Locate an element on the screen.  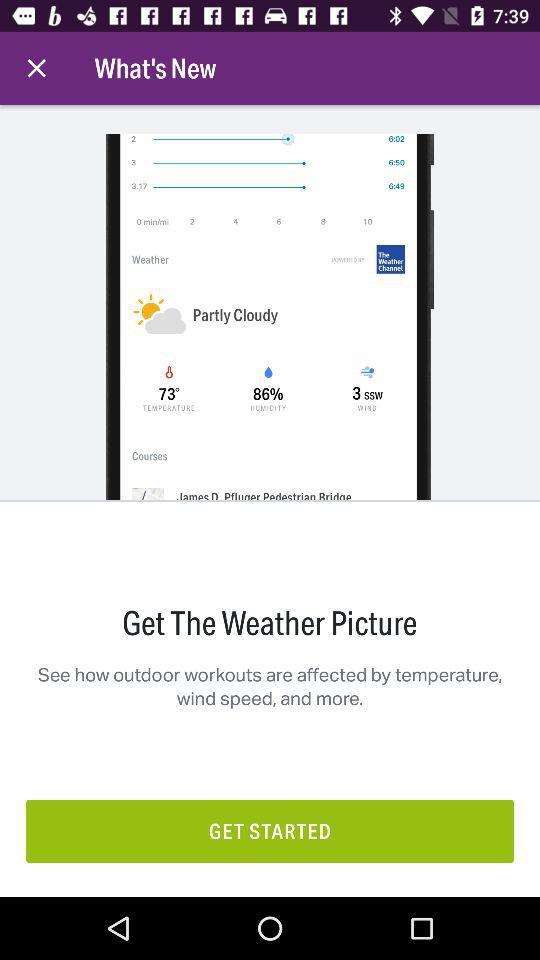
the get started icon is located at coordinates (270, 831).